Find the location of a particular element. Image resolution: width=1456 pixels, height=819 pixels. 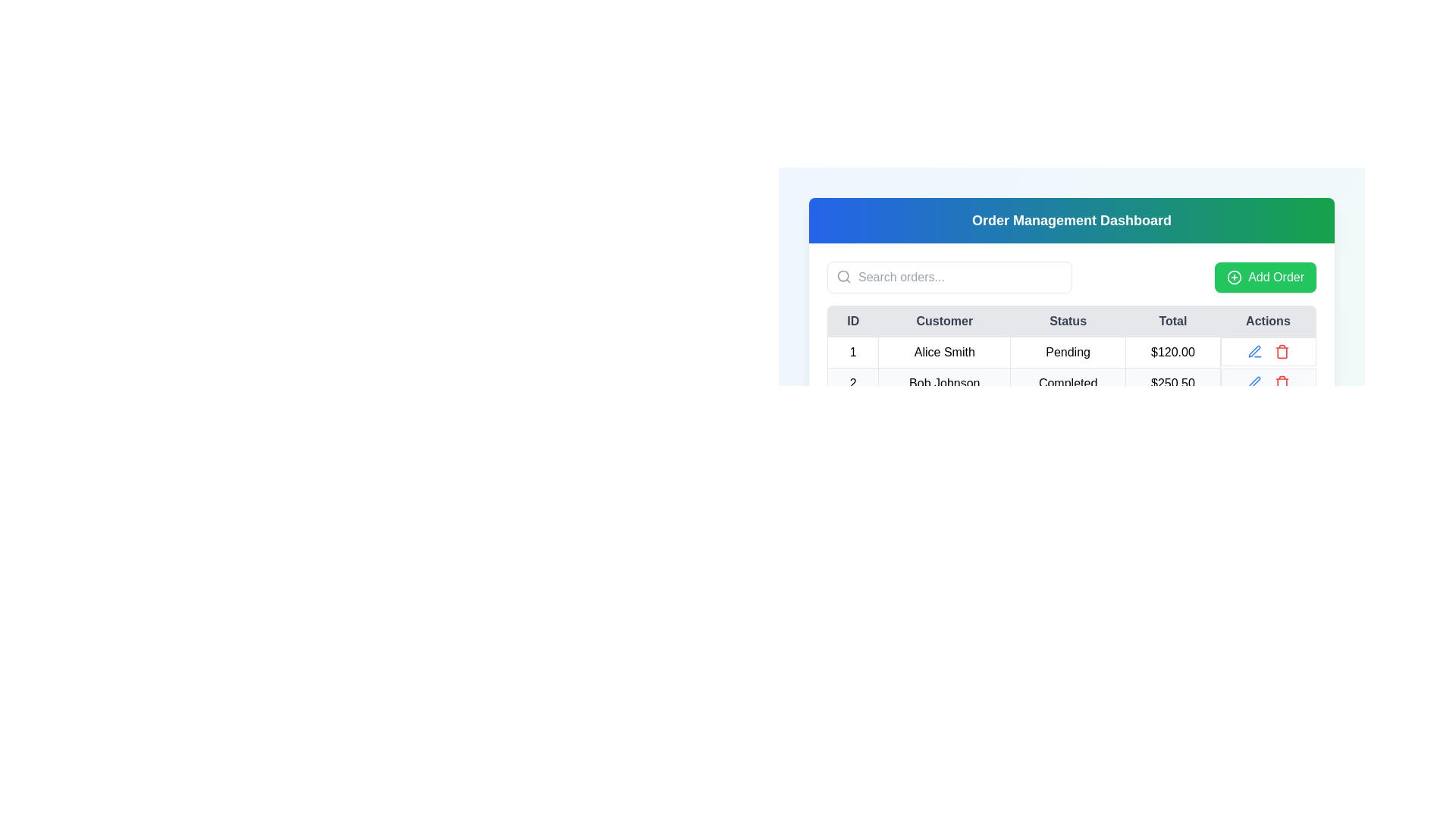

the second row in the table under the 'Order Management Dashboard' header, which contains '2', 'Bob Johnson', 'Completed', and '$250.50' is located at coordinates (1071, 382).